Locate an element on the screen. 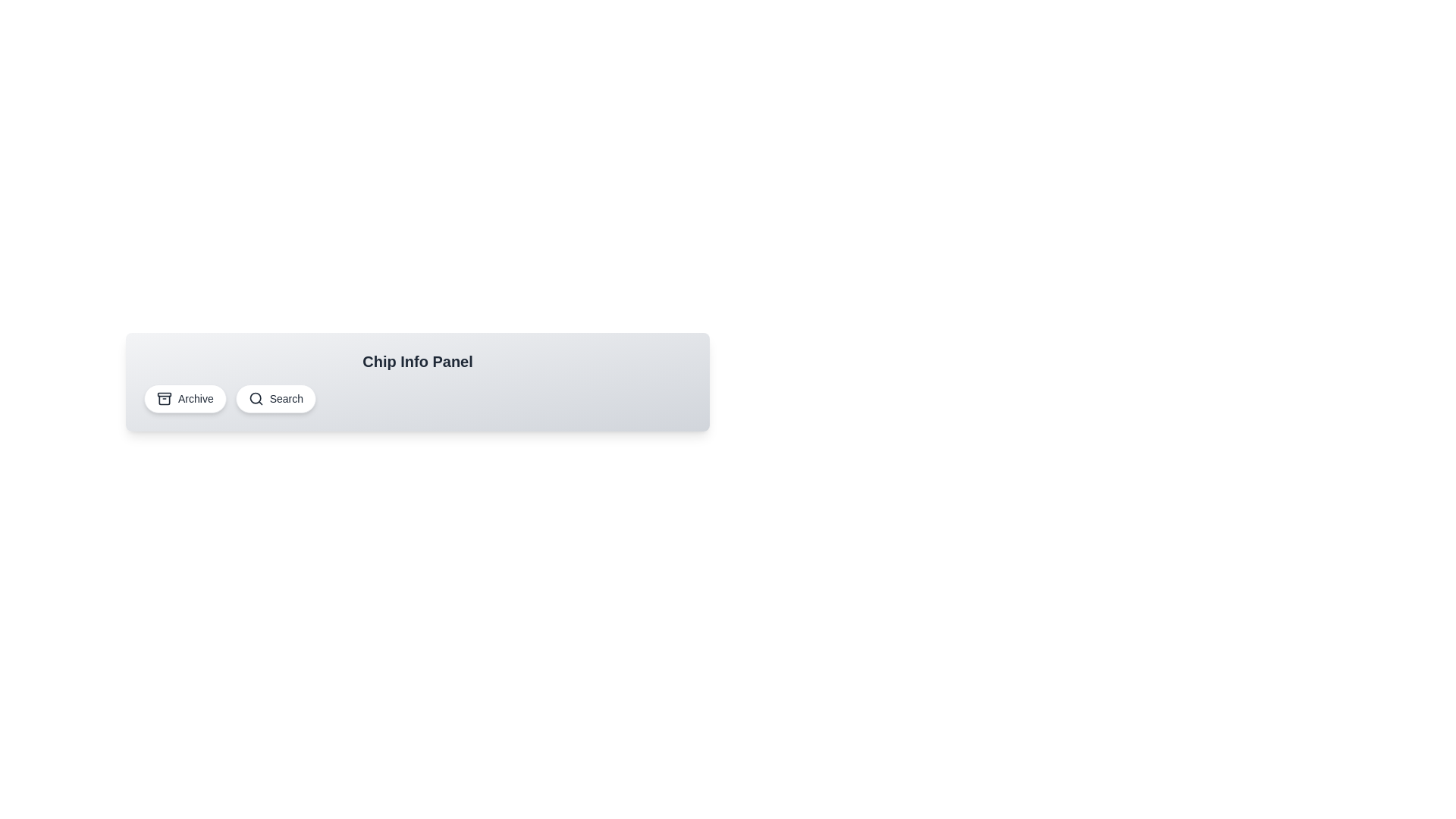 Image resolution: width=1456 pixels, height=819 pixels. the Search chip to observe the hover effect is located at coordinates (275, 397).